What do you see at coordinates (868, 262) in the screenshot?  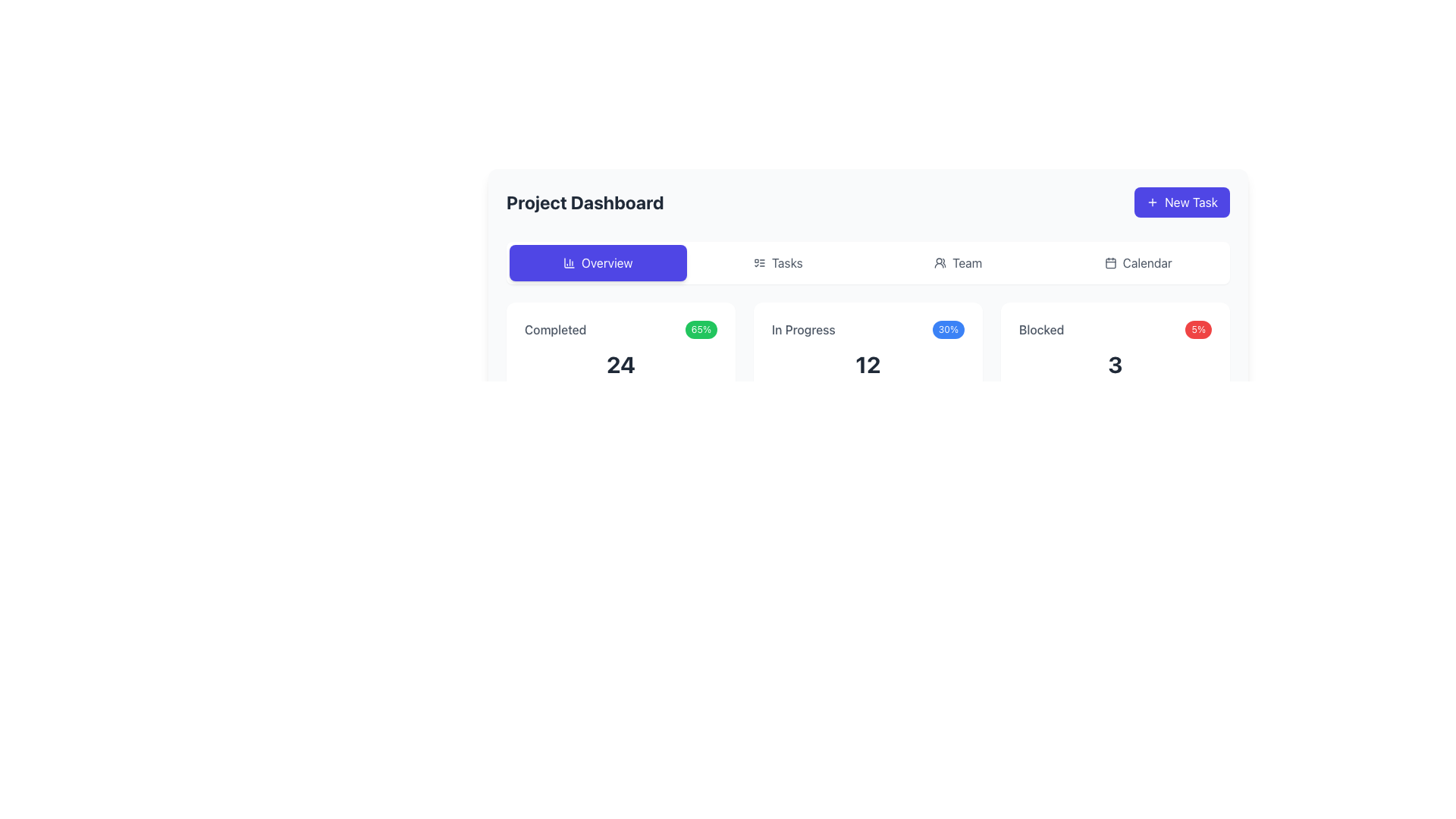 I see `the Navigation bar item` at bounding box center [868, 262].